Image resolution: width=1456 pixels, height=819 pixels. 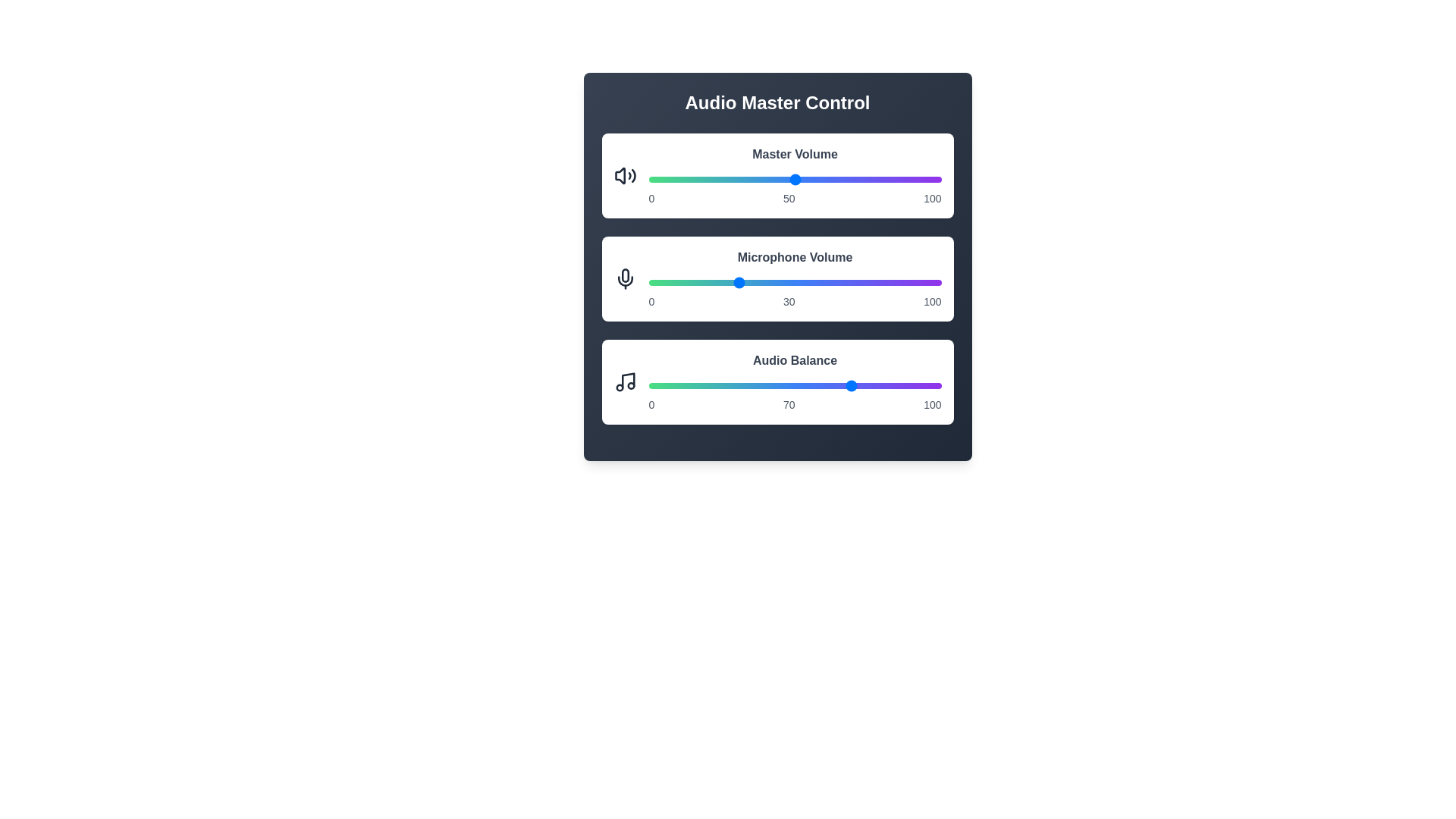 What do you see at coordinates (859, 385) in the screenshot?
I see `the Audio Balance slider to 72%` at bounding box center [859, 385].